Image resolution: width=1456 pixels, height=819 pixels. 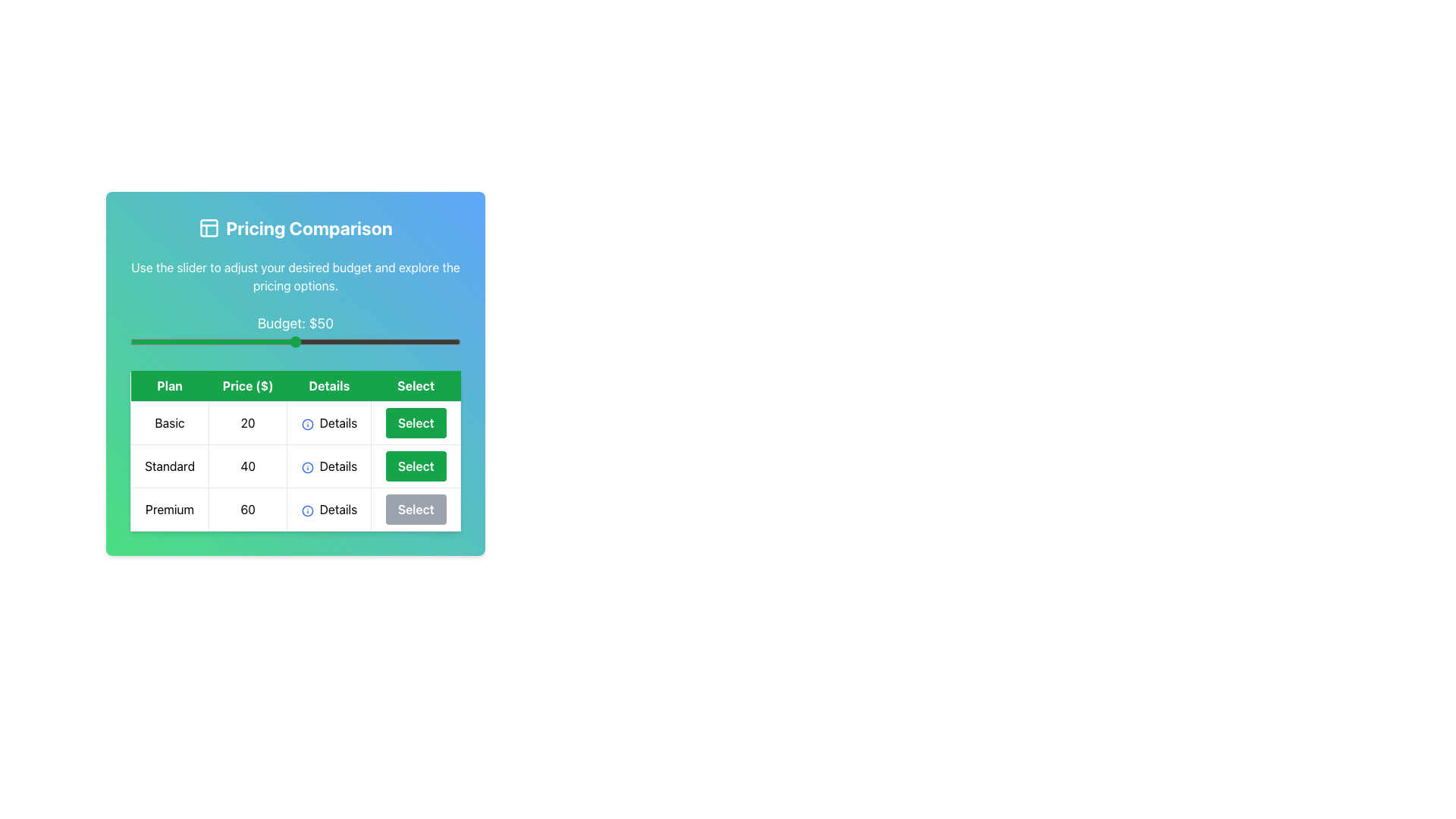 I want to click on the budget, so click(x=222, y=342).